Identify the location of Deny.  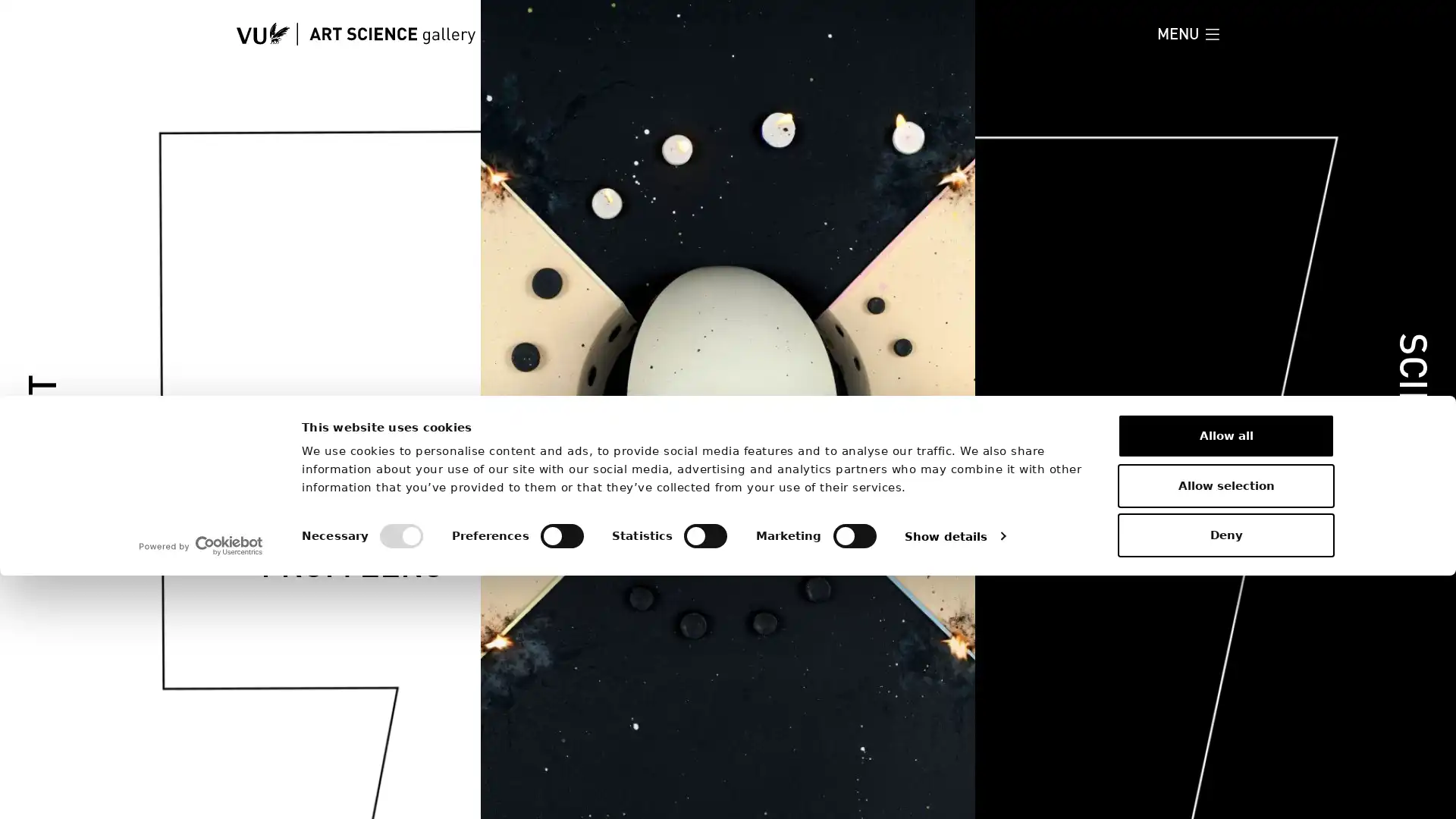
(1226, 778).